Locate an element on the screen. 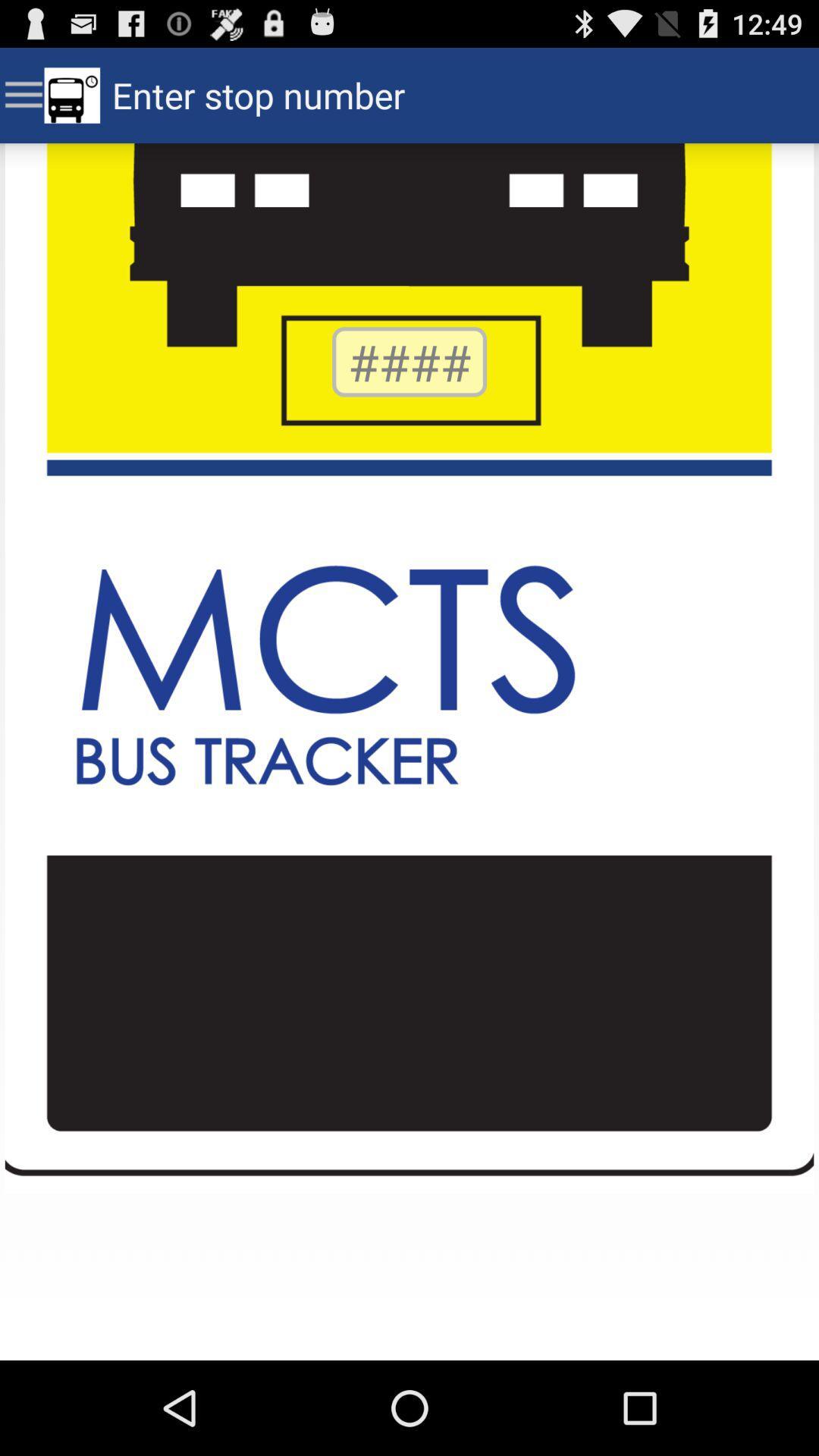 The image size is (819, 1456). stop number entry field is located at coordinates (409, 361).